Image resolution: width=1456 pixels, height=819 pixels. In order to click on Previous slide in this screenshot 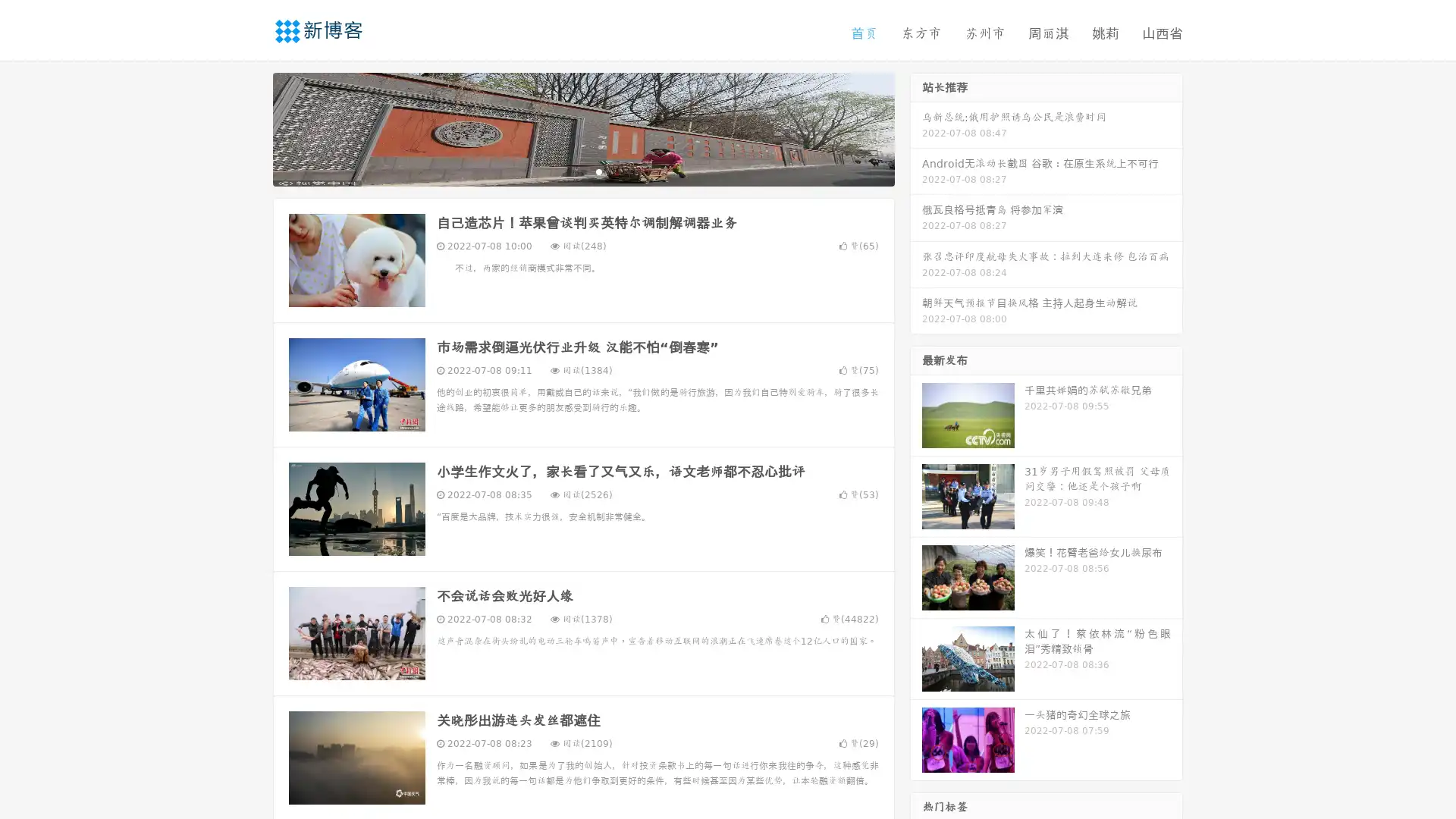, I will do `click(250, 127)`.